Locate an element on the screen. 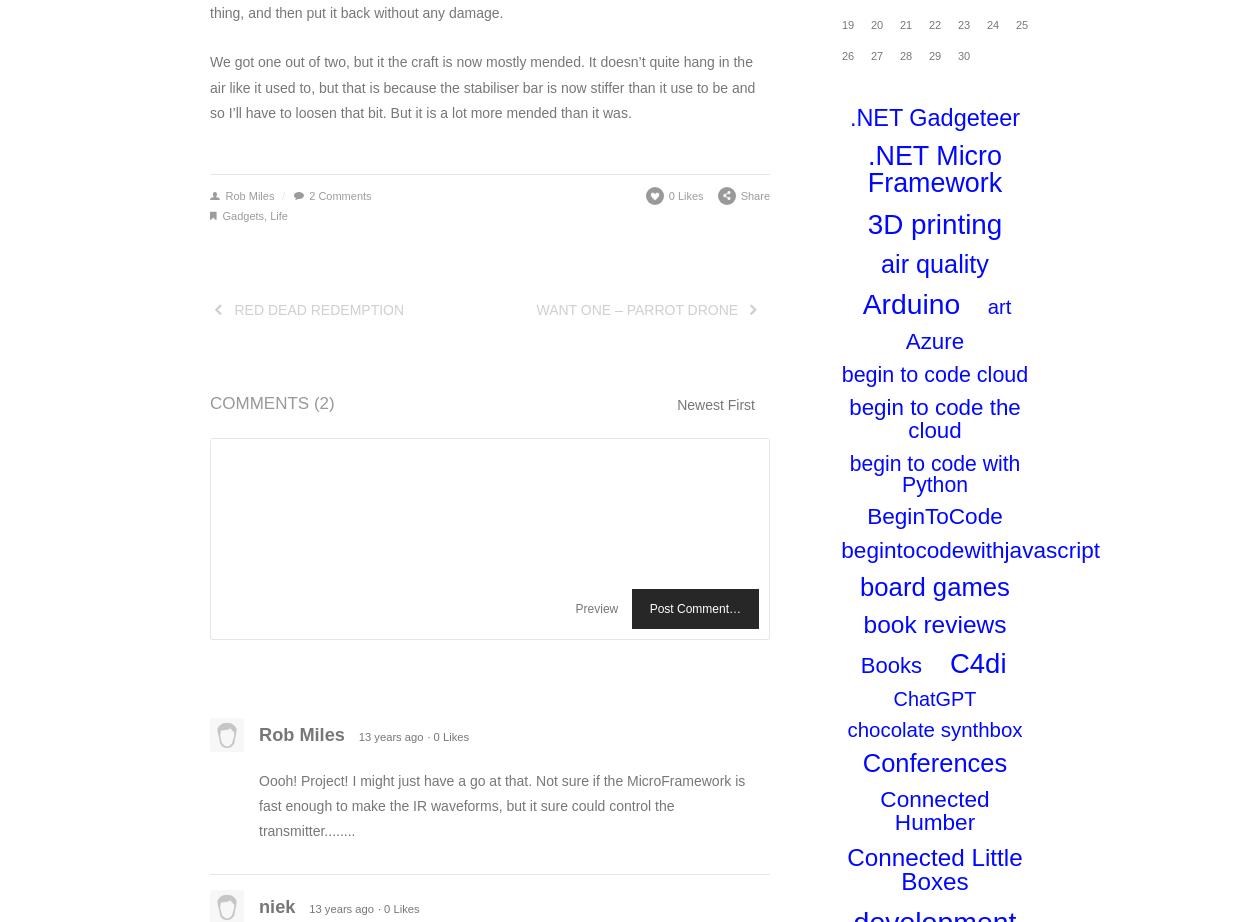 The height and width of the screenshot is (922, 1250). '3D printing' is located at coordinates (934, 223).